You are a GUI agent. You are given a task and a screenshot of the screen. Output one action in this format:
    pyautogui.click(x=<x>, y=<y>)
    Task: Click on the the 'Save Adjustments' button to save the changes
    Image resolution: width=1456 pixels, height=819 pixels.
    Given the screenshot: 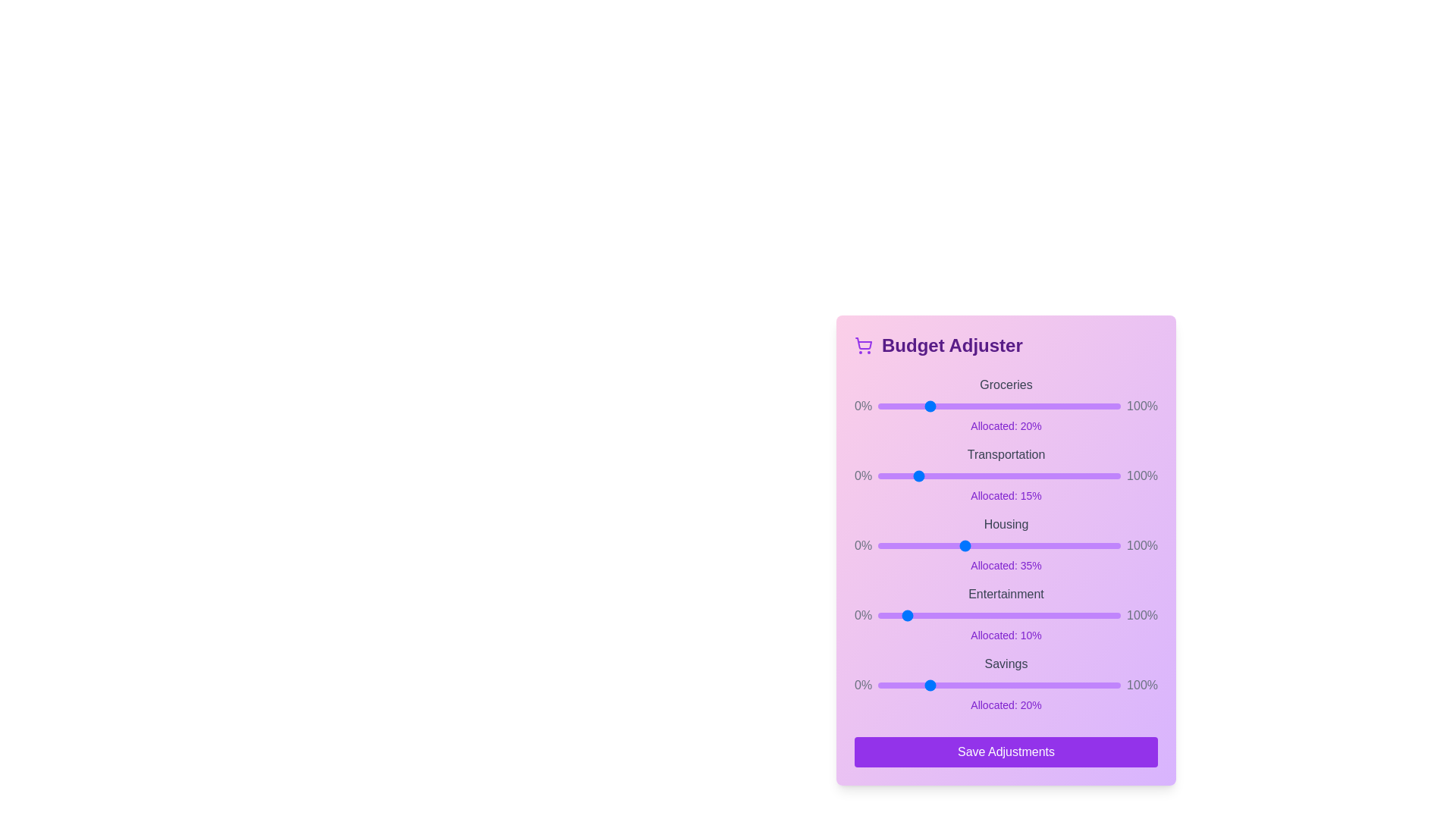 What is the action you would take?
    pyautogui.click(x=1006, y=752)
    